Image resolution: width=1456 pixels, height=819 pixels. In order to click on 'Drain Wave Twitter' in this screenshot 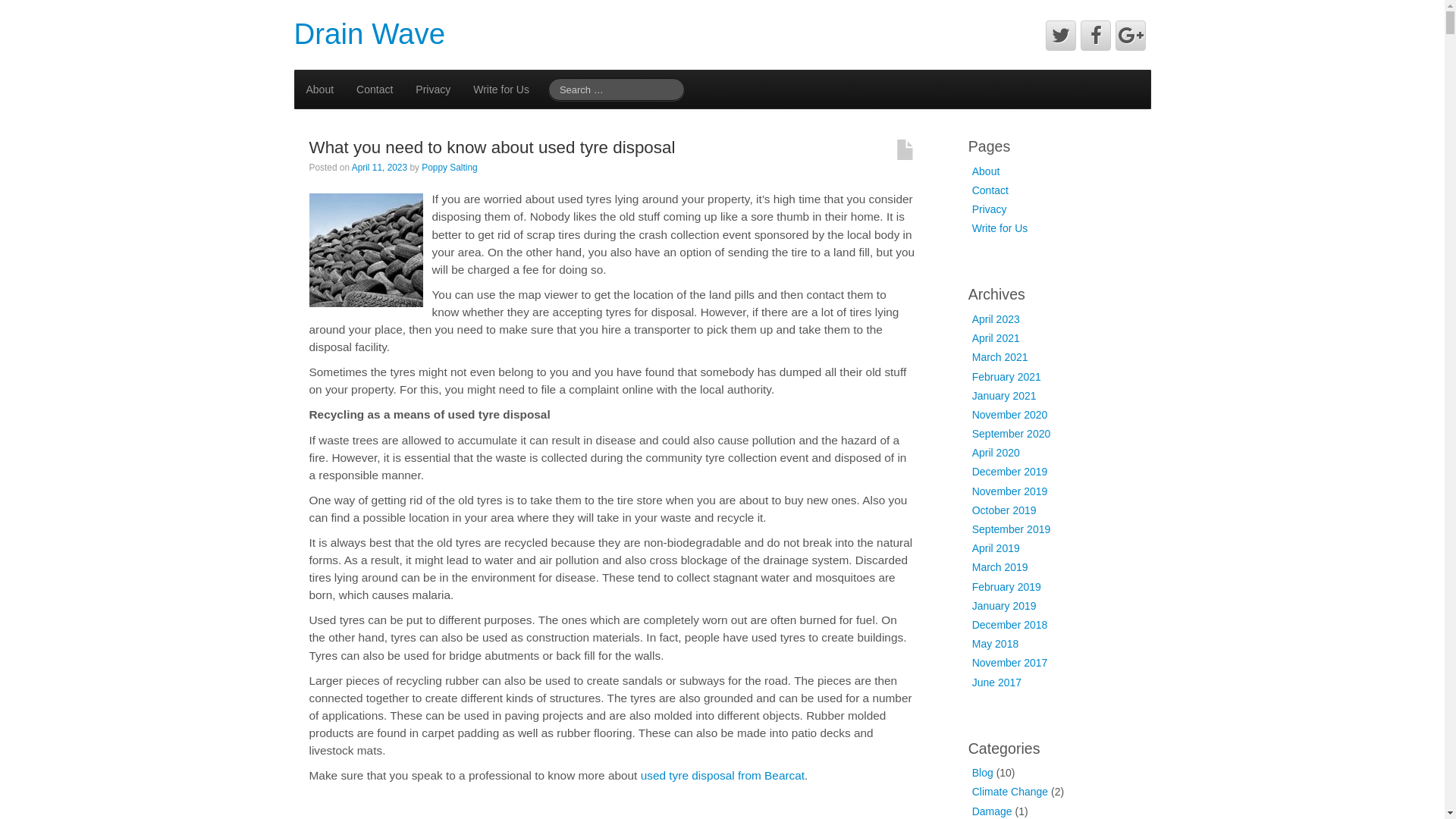, I will do `click(1059, 34)`.